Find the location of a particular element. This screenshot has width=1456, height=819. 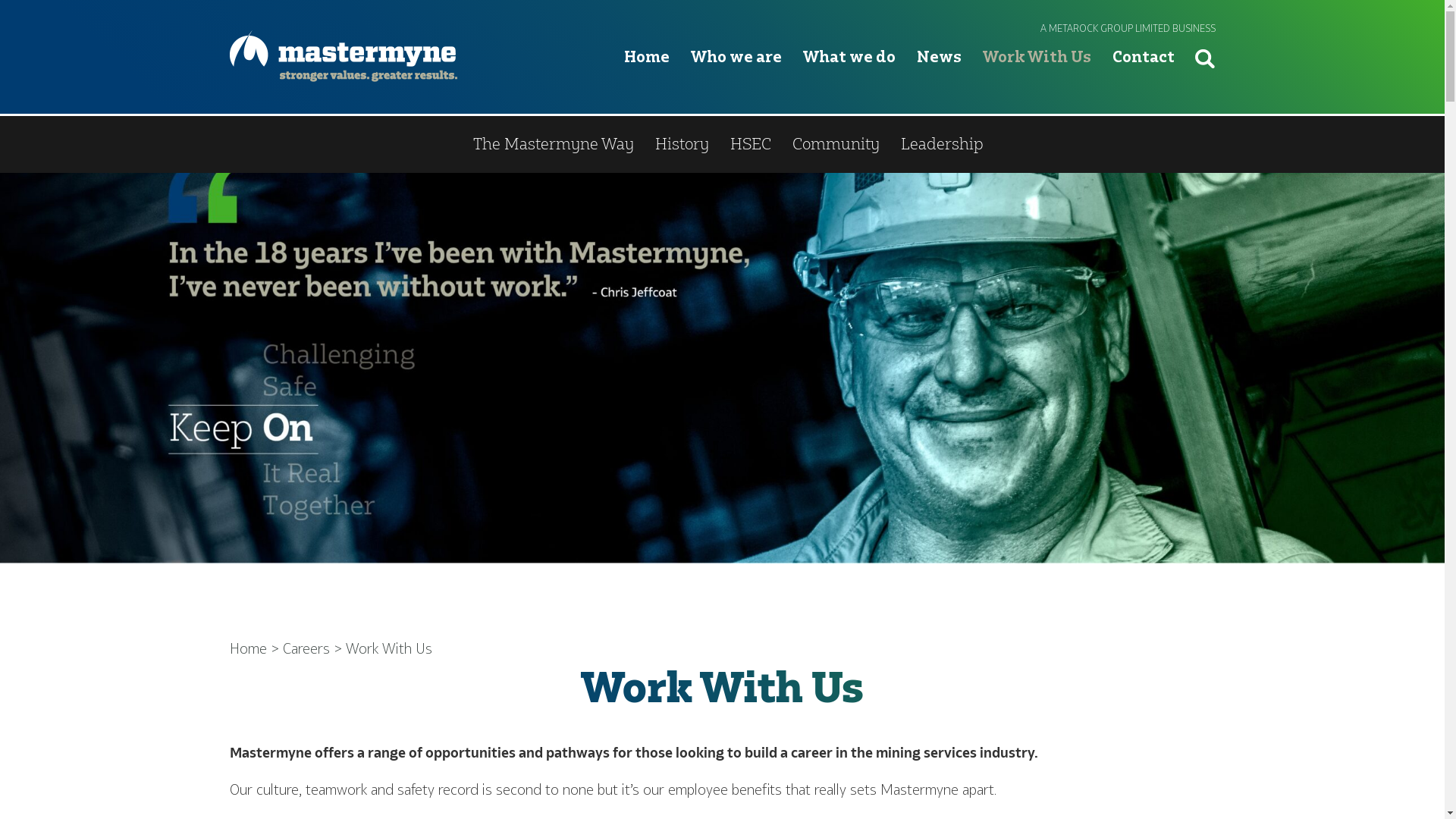

'Leadership' is located at coordinates (941, 144).